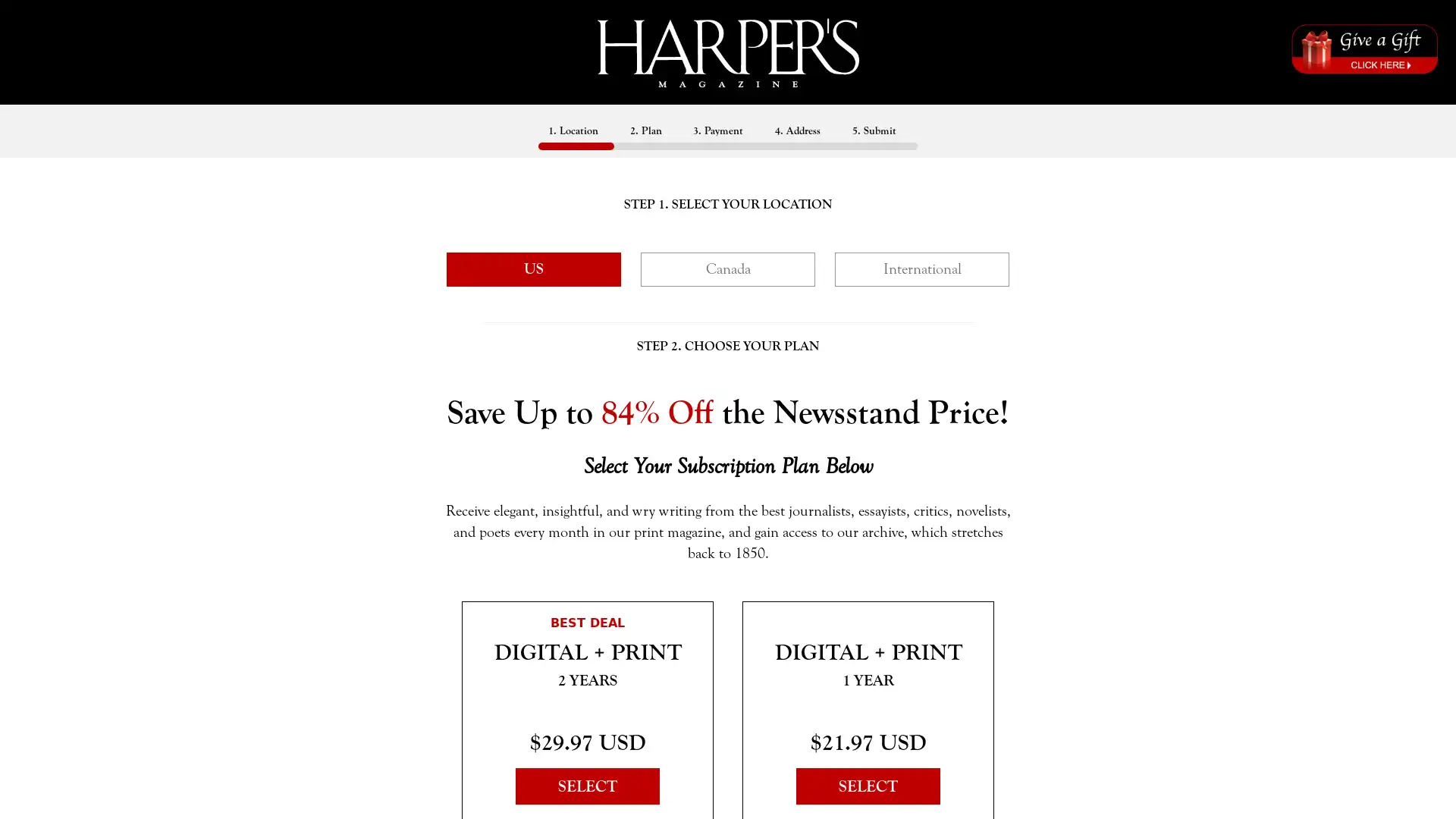  Describe the element at coordinates (534, 268) in the screenshot. I see `US` at that location.